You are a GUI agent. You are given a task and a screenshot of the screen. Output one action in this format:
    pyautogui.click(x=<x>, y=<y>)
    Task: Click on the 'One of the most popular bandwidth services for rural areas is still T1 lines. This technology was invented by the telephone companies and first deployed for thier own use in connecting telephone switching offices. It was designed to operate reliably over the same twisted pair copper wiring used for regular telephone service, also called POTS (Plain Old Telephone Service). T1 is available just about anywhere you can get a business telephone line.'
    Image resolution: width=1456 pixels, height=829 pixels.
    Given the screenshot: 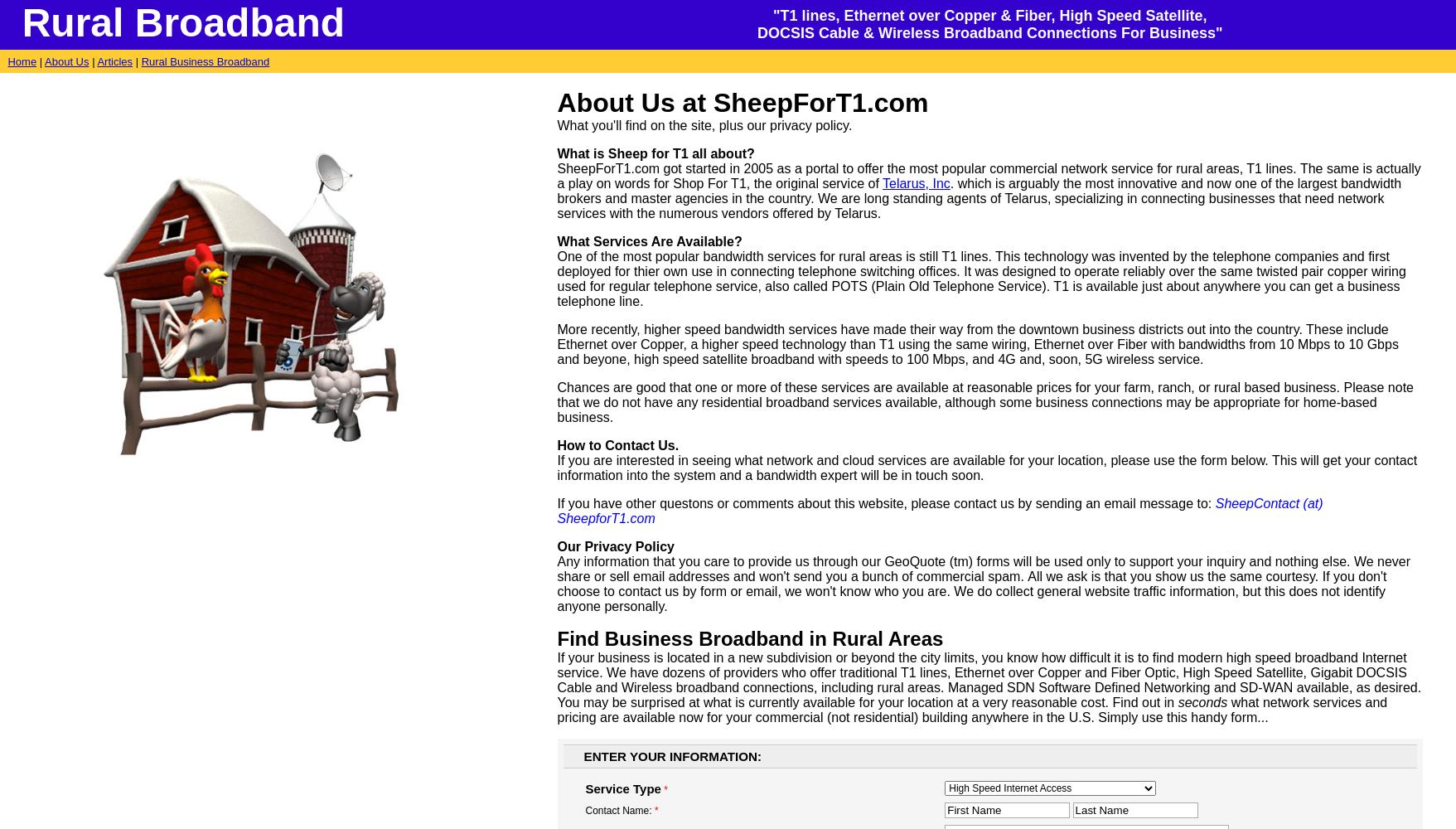 What is the action you would take?
    pyautogui.click(x=556, y=278)
    